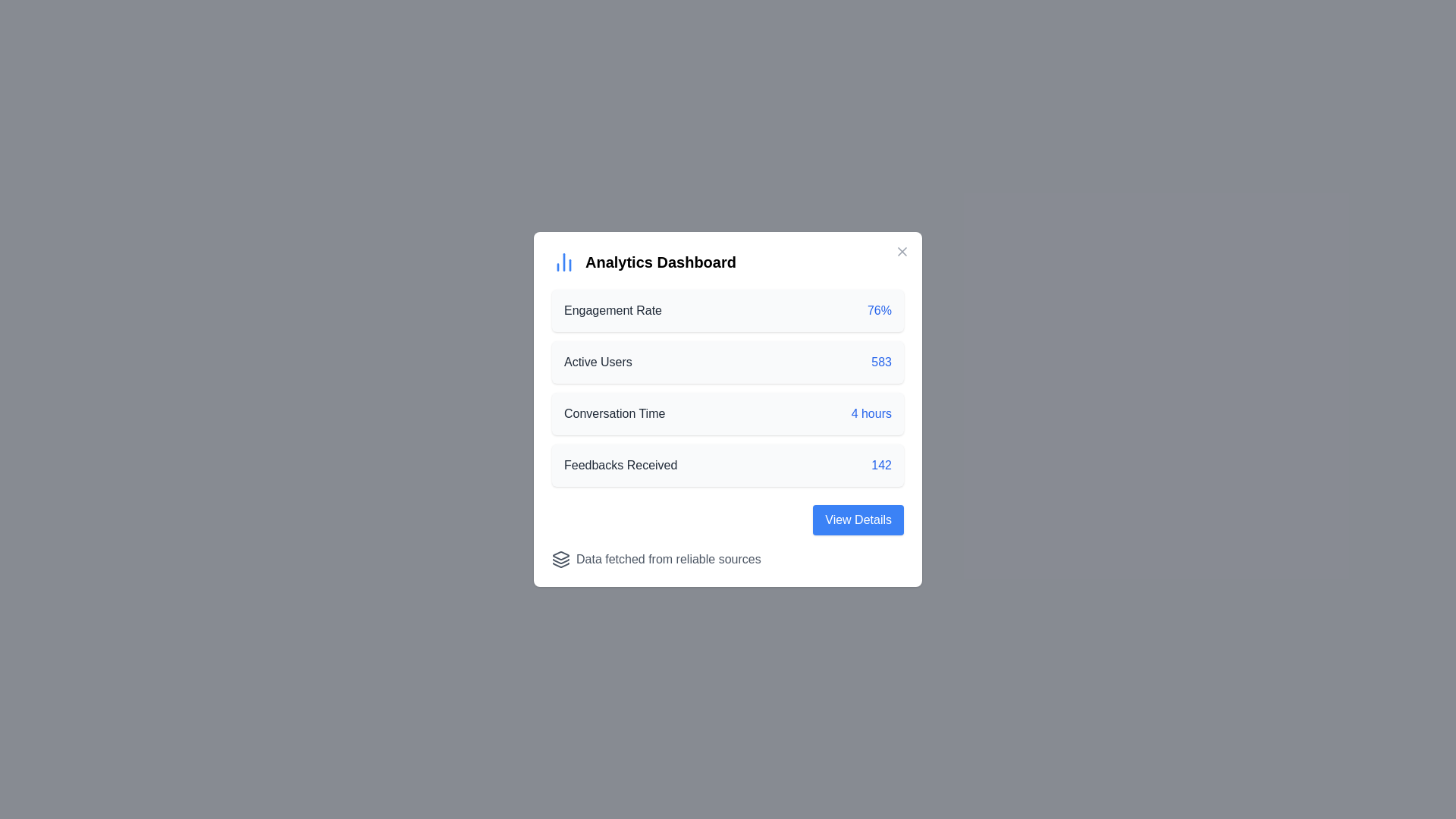 This screenshot has height=819, width=1456. What do you see at coordinates (902, 250) in the screenshot?
I see `the close button at the top right corner of the dialog` at bounding box center [902, 250].